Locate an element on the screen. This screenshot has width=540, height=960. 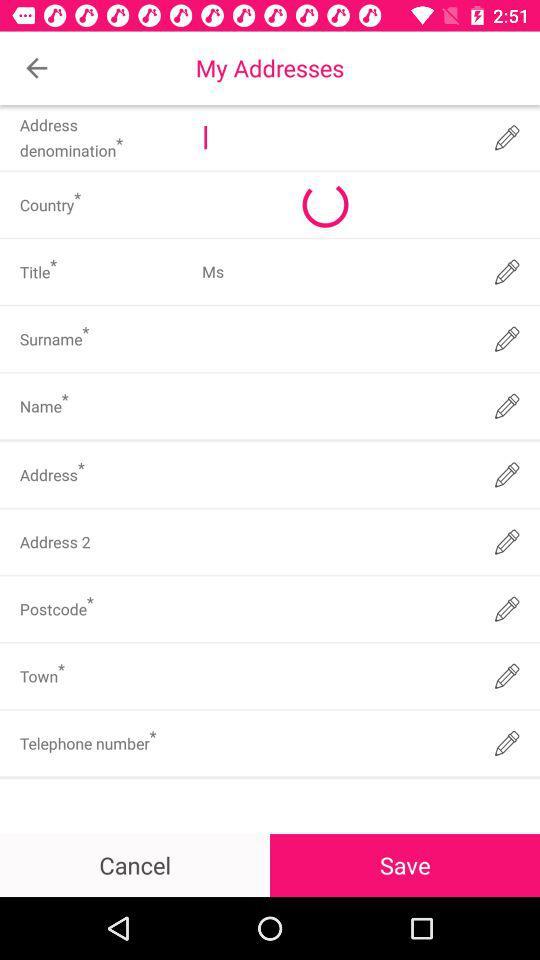
a text field which is after address denomination is located at coordinates (336, 136).